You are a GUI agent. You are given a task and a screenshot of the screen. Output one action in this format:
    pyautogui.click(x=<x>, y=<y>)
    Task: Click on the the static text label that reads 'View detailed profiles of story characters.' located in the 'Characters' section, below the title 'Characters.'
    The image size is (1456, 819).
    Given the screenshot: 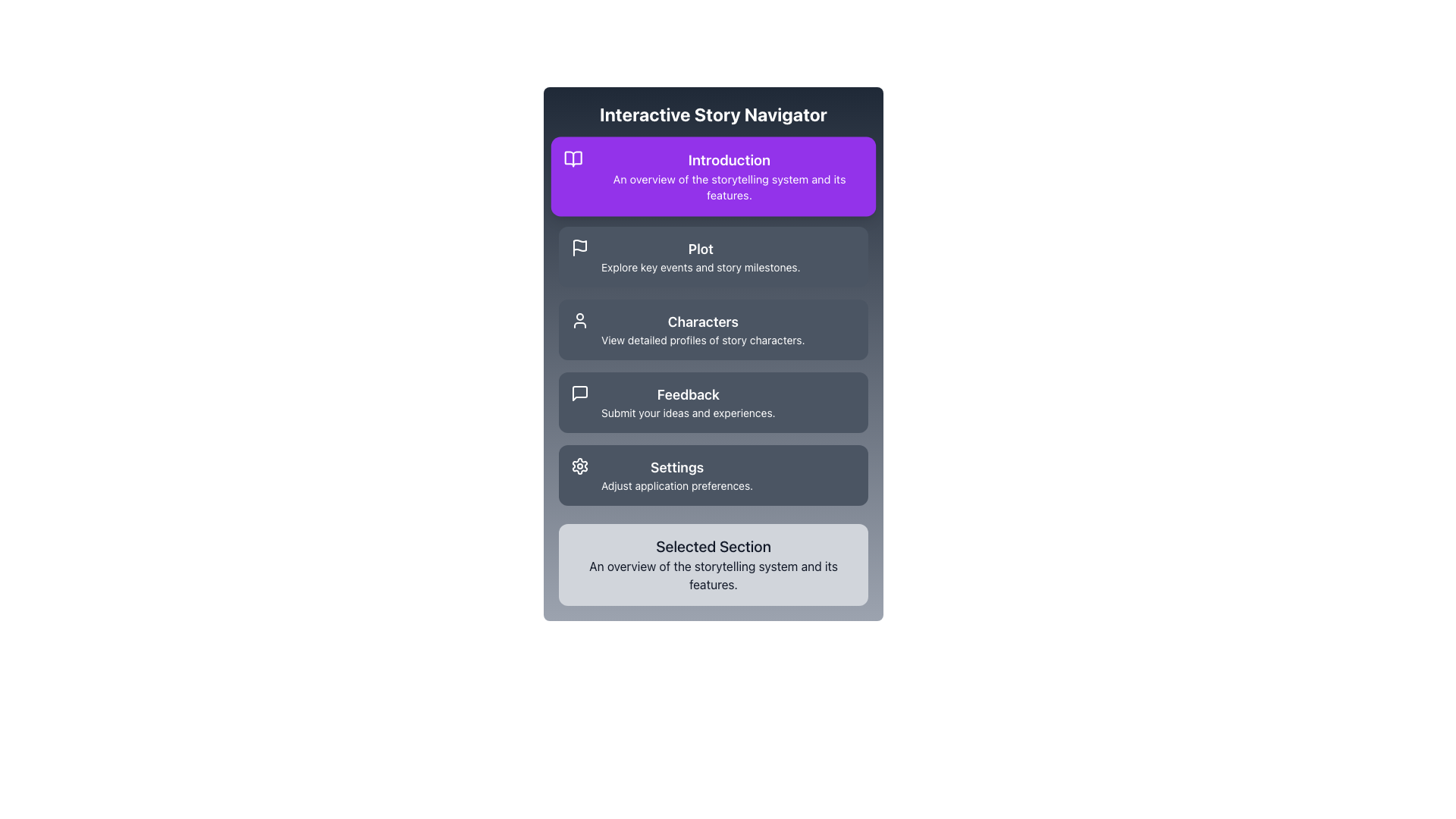 What is the action you would take?
    pyautogui.click(x=702, y=339)
    